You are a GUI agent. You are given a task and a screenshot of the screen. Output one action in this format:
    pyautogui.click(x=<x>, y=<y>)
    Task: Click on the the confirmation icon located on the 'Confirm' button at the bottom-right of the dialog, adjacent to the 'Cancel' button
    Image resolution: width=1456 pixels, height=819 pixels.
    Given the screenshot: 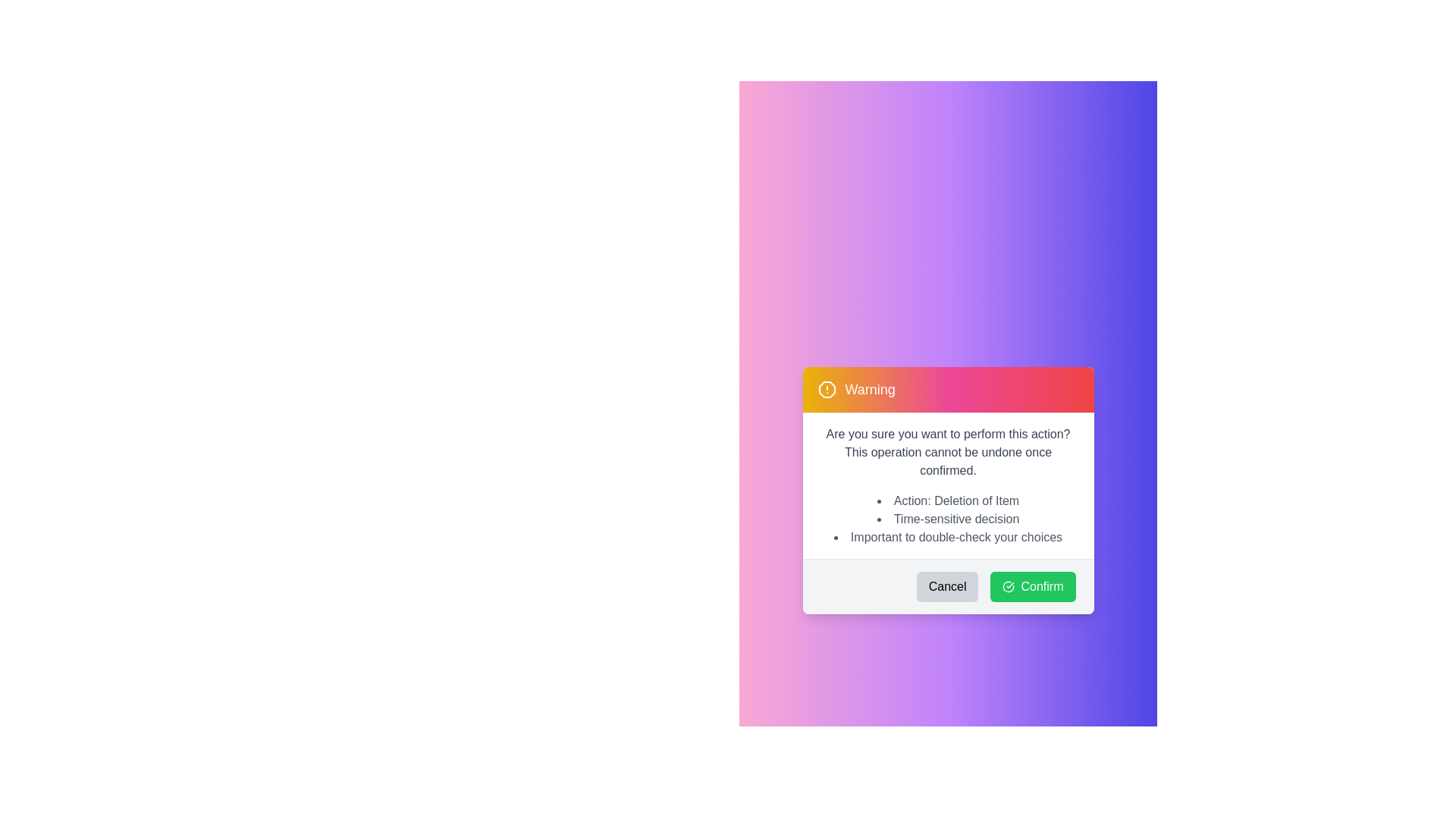 What is the action you would take?
    pyautogui.click(x=1009, y=586)
    